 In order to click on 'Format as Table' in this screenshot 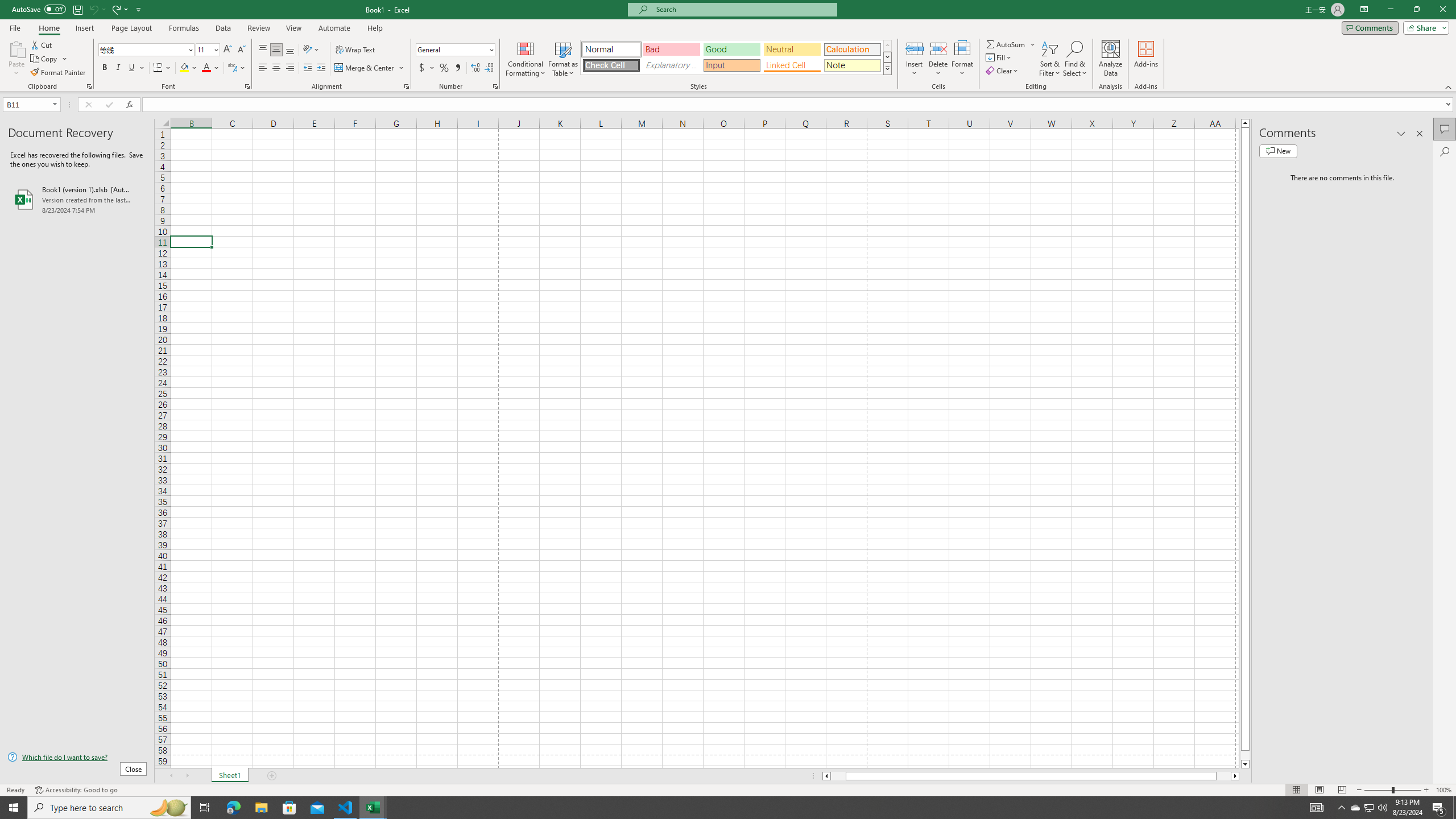, I will do `click(563, 59)`.